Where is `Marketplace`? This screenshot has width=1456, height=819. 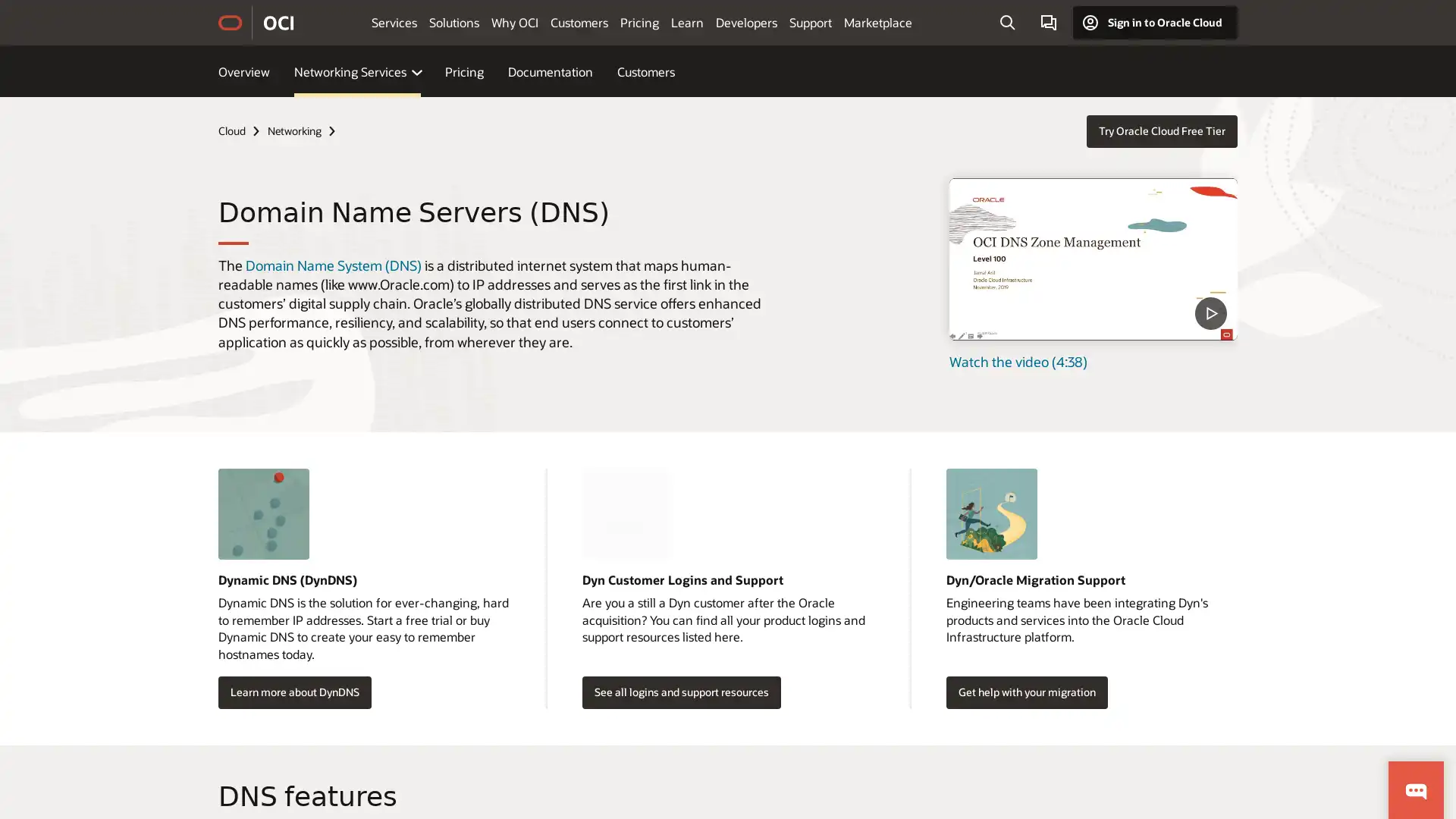
Marketplace is located at coordinates (877, 22).